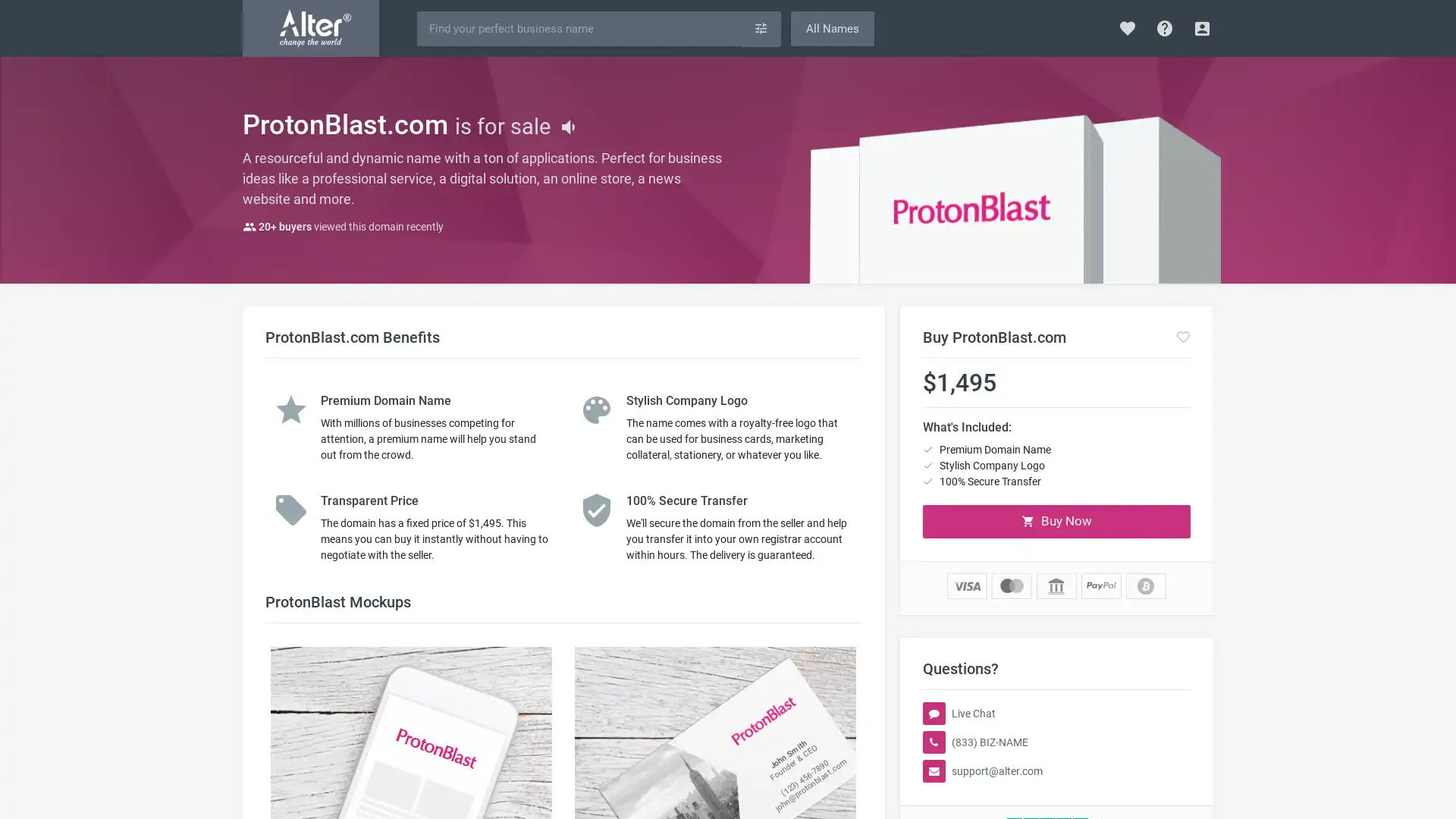  Describe the element at coordinates (1055, 520) in the screenshot. I see `Buy Now` at that location.